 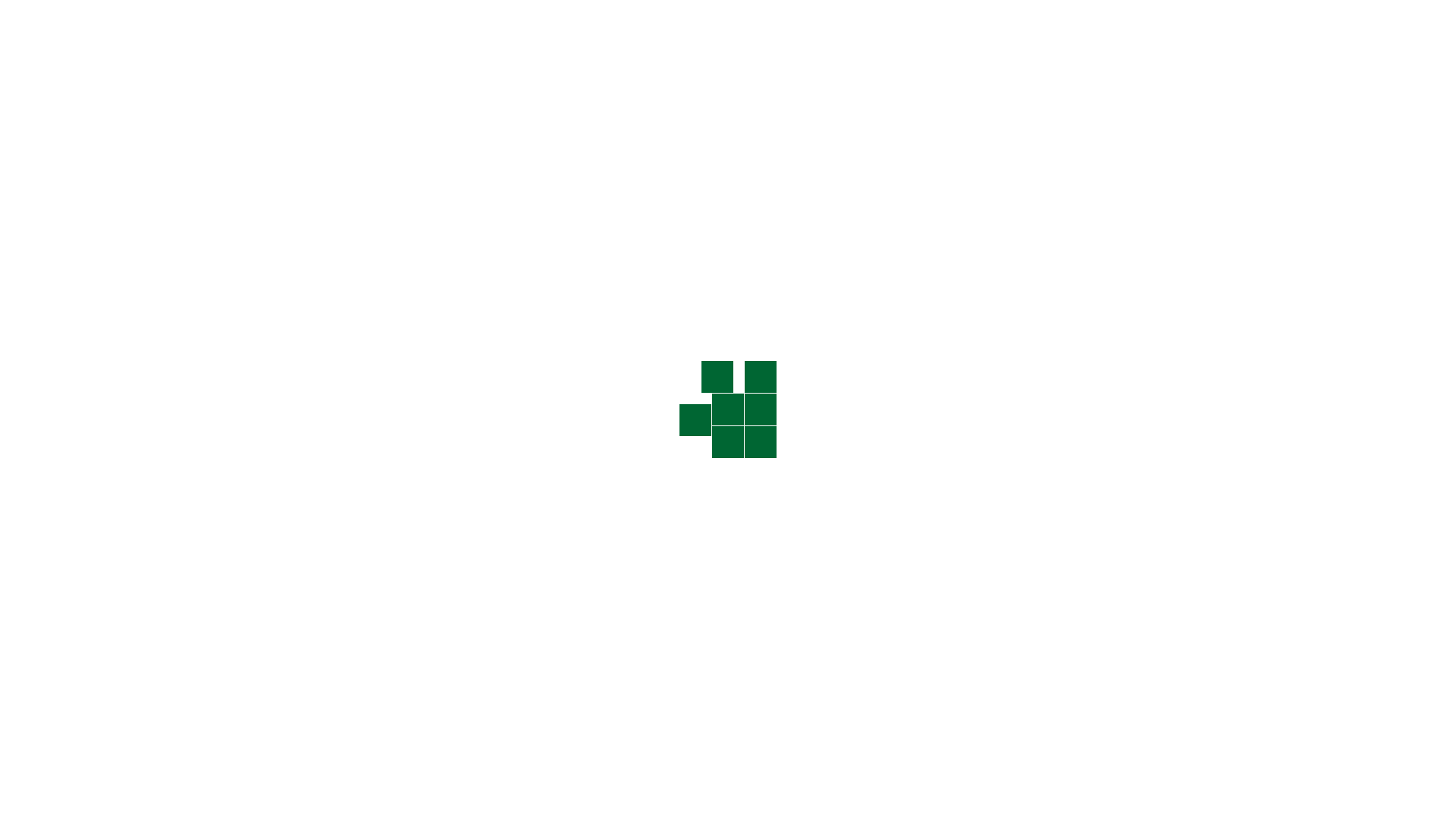 I want to click on 'ABOUT US', so click(x=621, y=64).